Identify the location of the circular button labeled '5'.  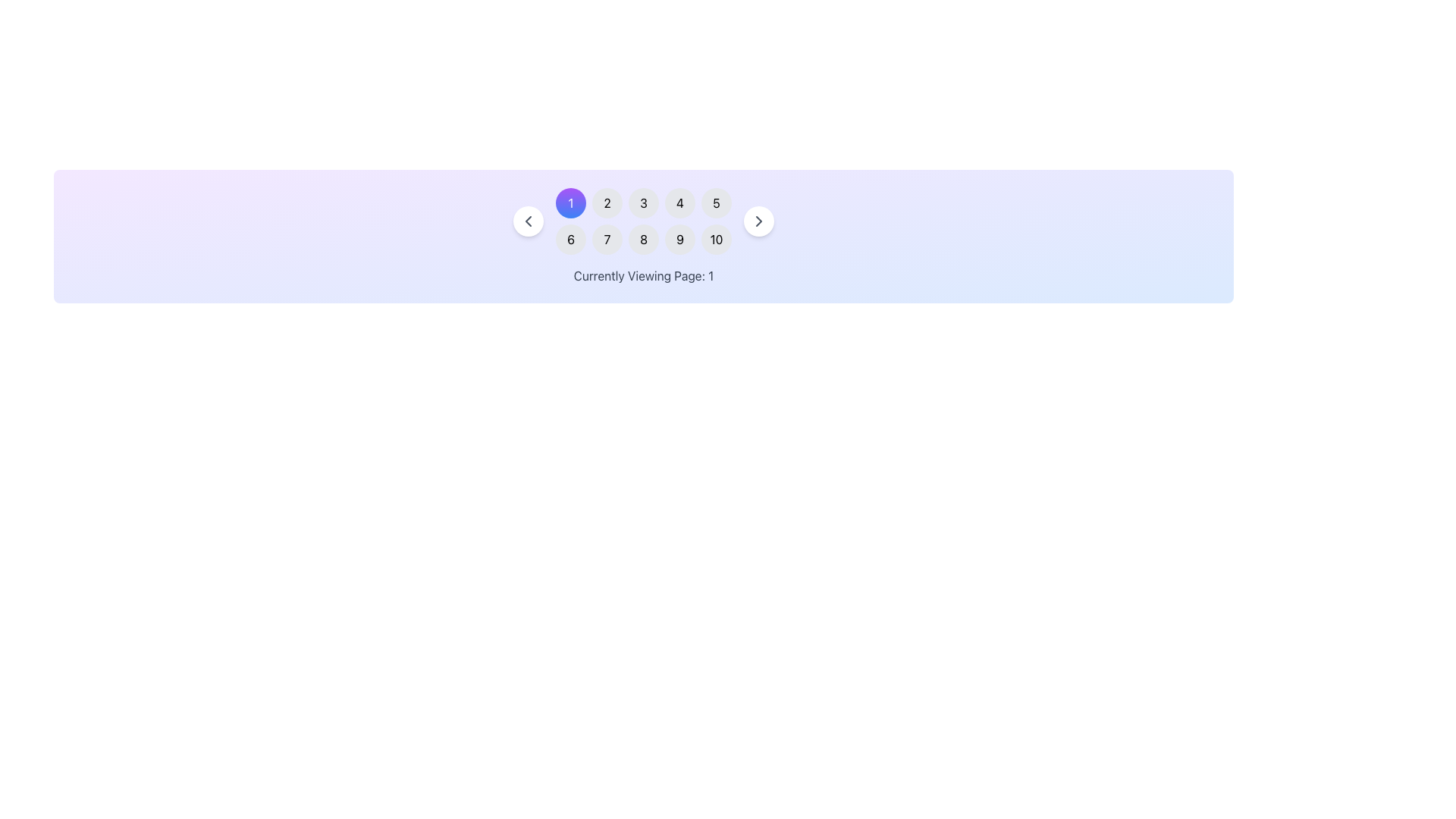
(716, 202).